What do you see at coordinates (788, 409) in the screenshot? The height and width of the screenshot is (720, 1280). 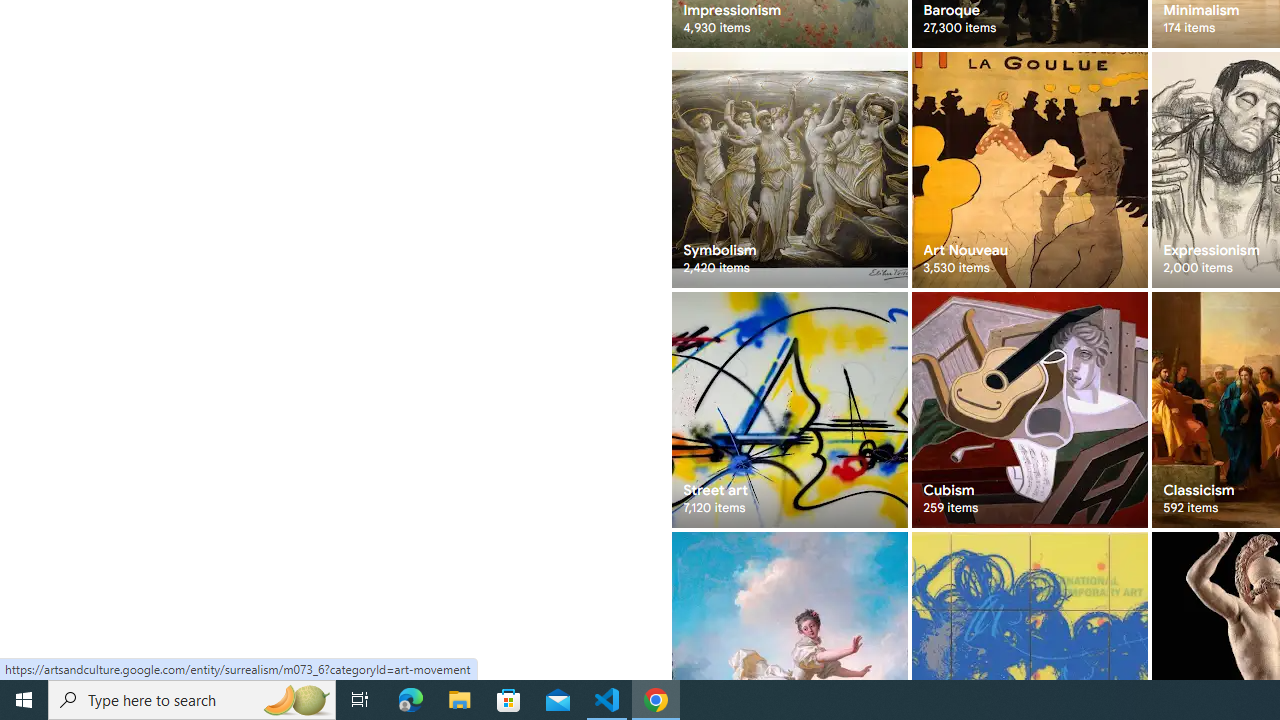 I see `'Street art 7,120 items'` at bounding box center [788, 409].